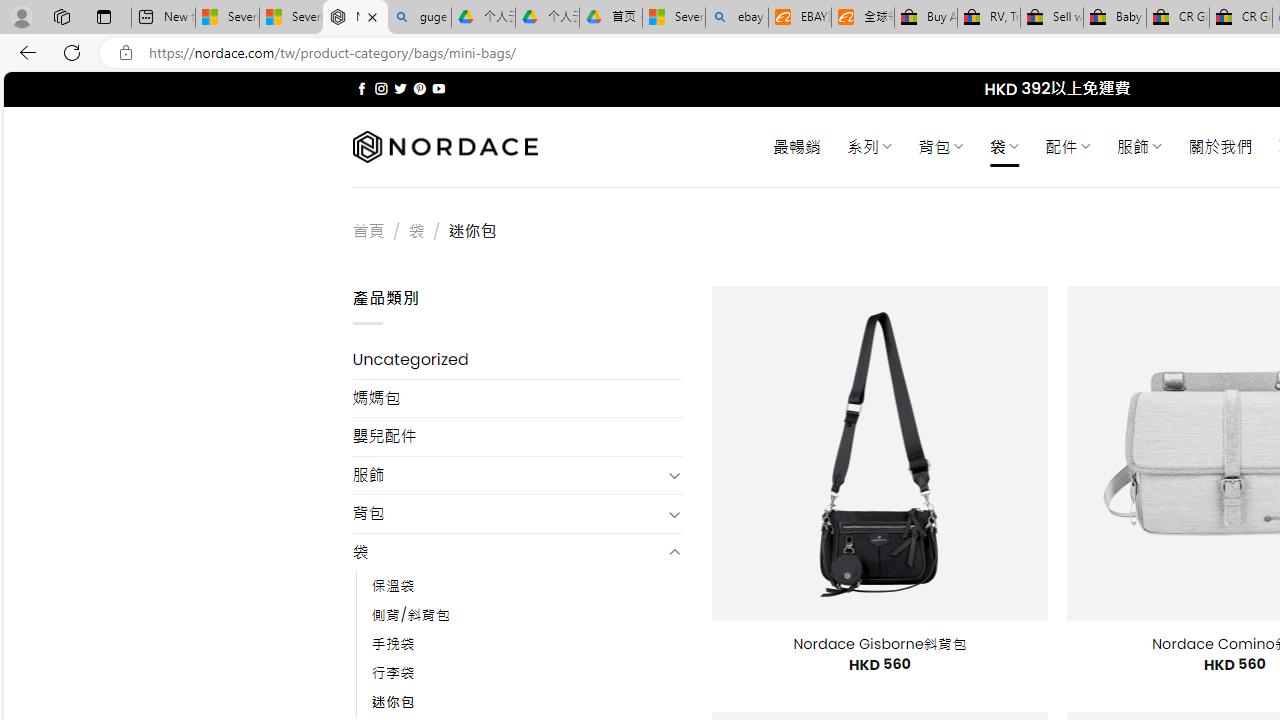 This screenshot has width=1280, height=720. Describe the element at coordinates (362, 88) in the screenshot. I see `'Follow on Facebook'` at that location.